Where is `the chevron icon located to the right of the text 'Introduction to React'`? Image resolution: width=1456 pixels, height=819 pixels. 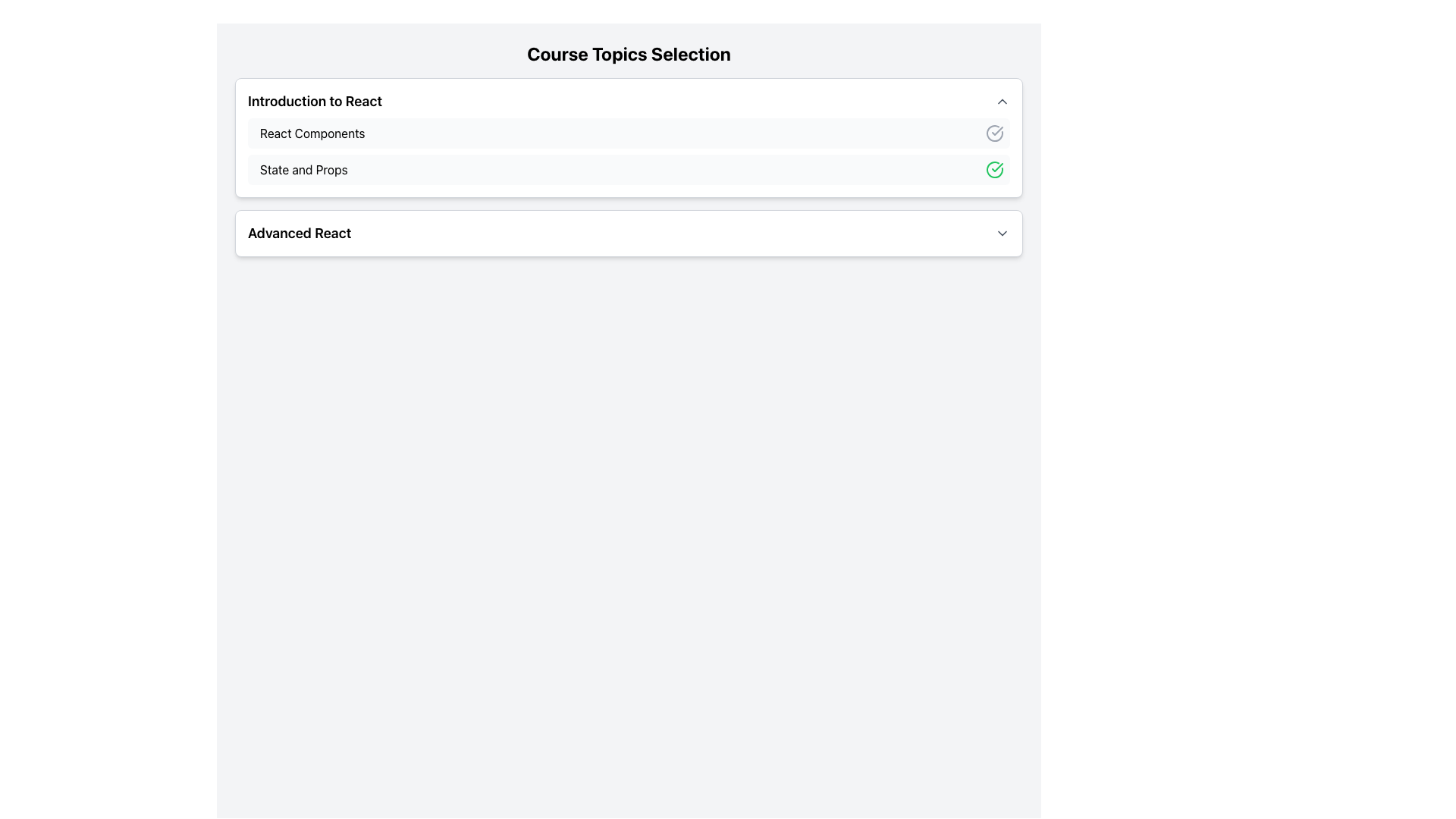
the chevron icon located to the right of the text 'Introduction to React' is located at coordinates (1002, 102).